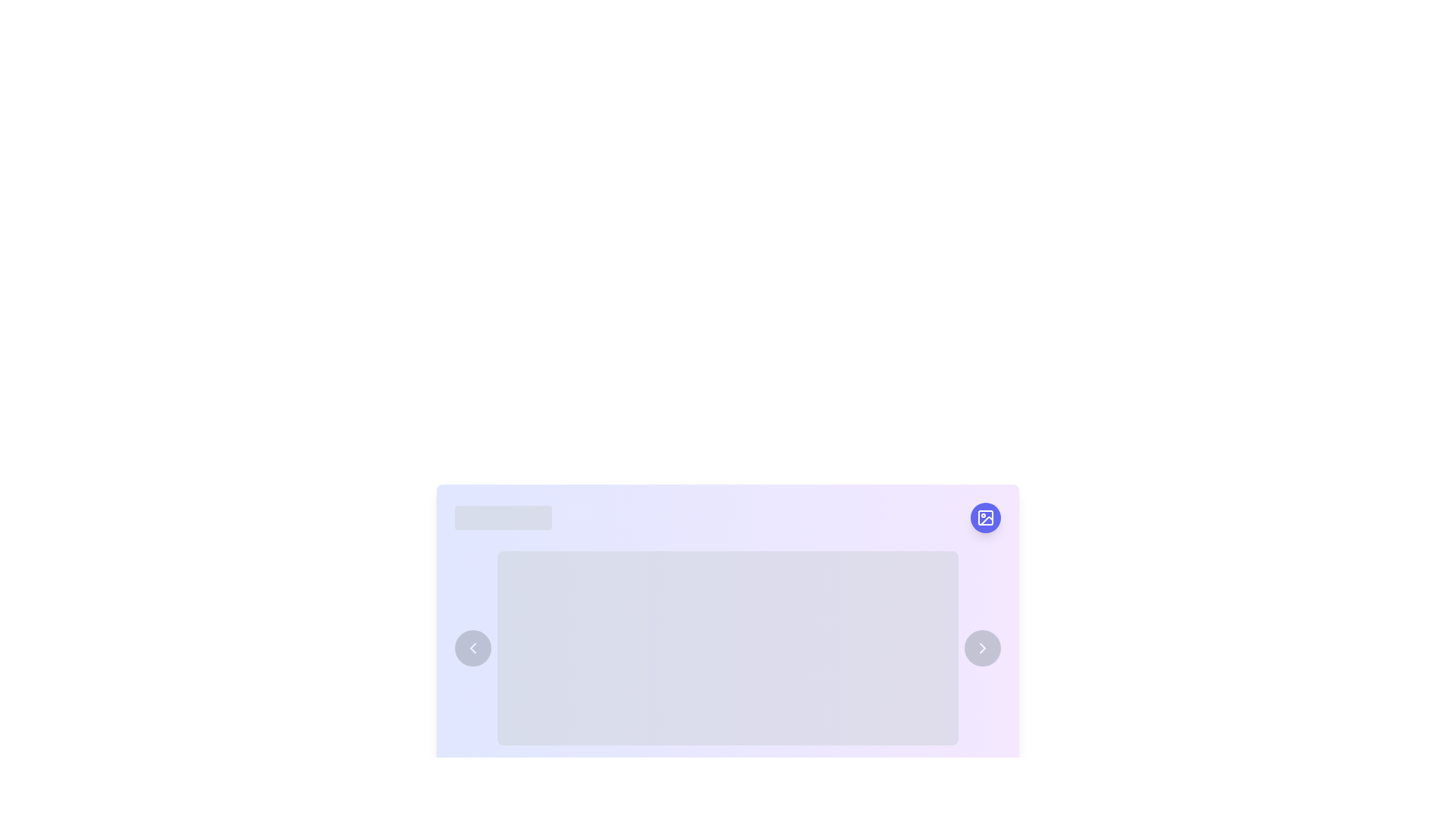 The width and height of the screenshot is (1456, 819). I want to click on the image action icon located at the far-right corner of the panel, so click(985, 516).